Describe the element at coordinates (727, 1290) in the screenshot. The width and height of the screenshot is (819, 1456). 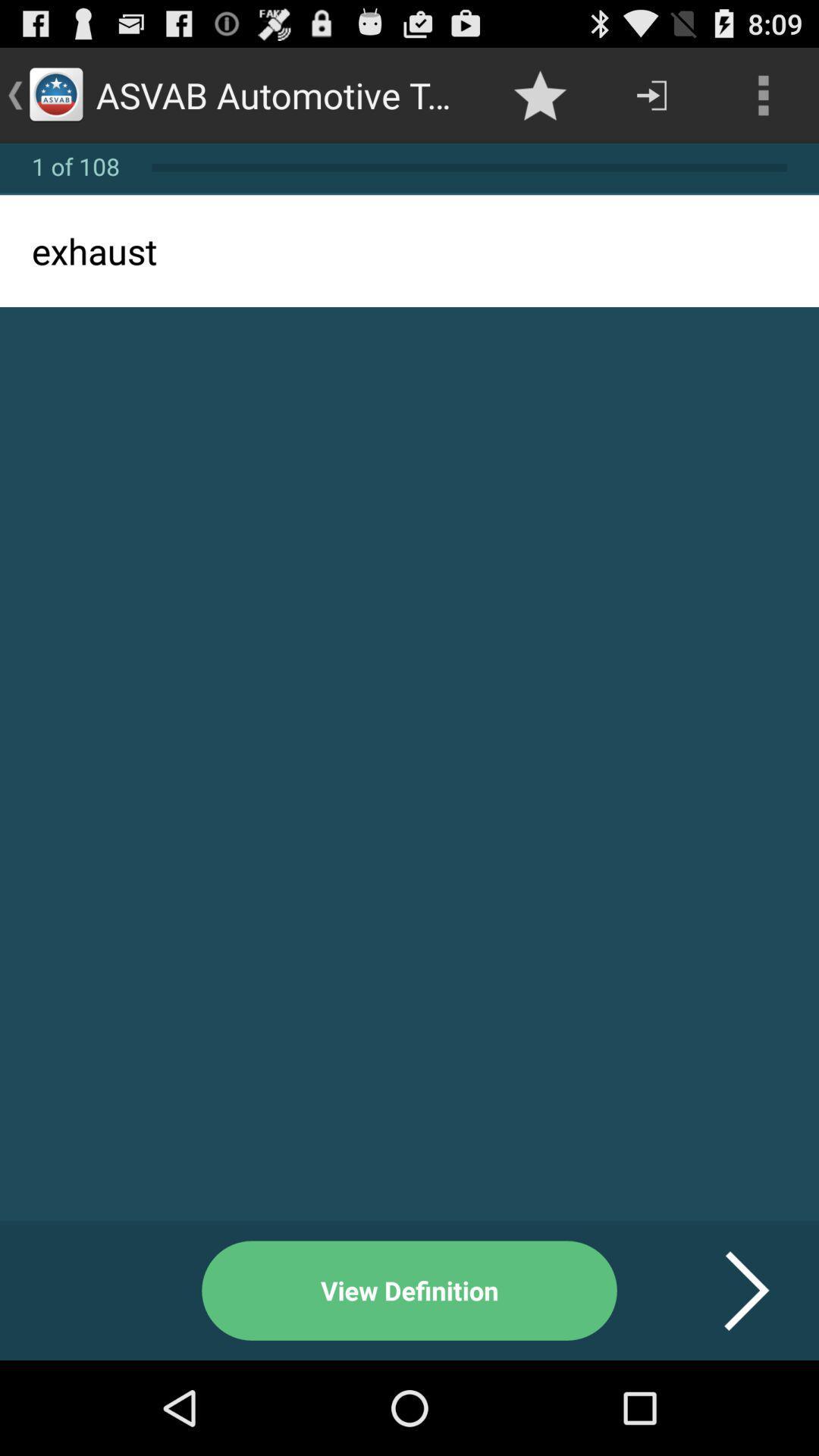
I see `item at the bottom right corner` at that location.